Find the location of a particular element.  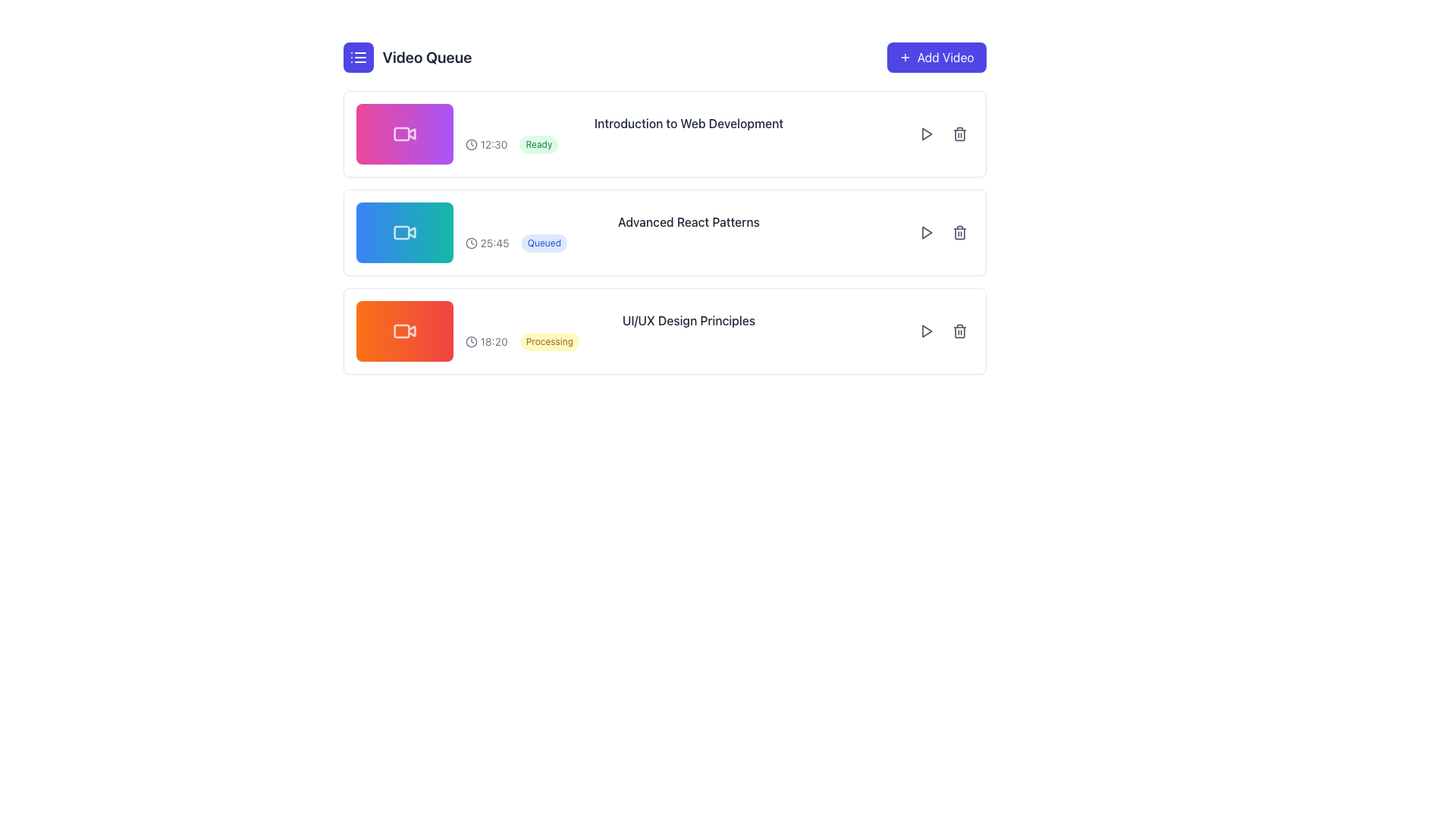

the Status badge, which is positioned directly to the right of the text '12:30' in the first item of a vertical list of videos is located at coordinates (538, 145).